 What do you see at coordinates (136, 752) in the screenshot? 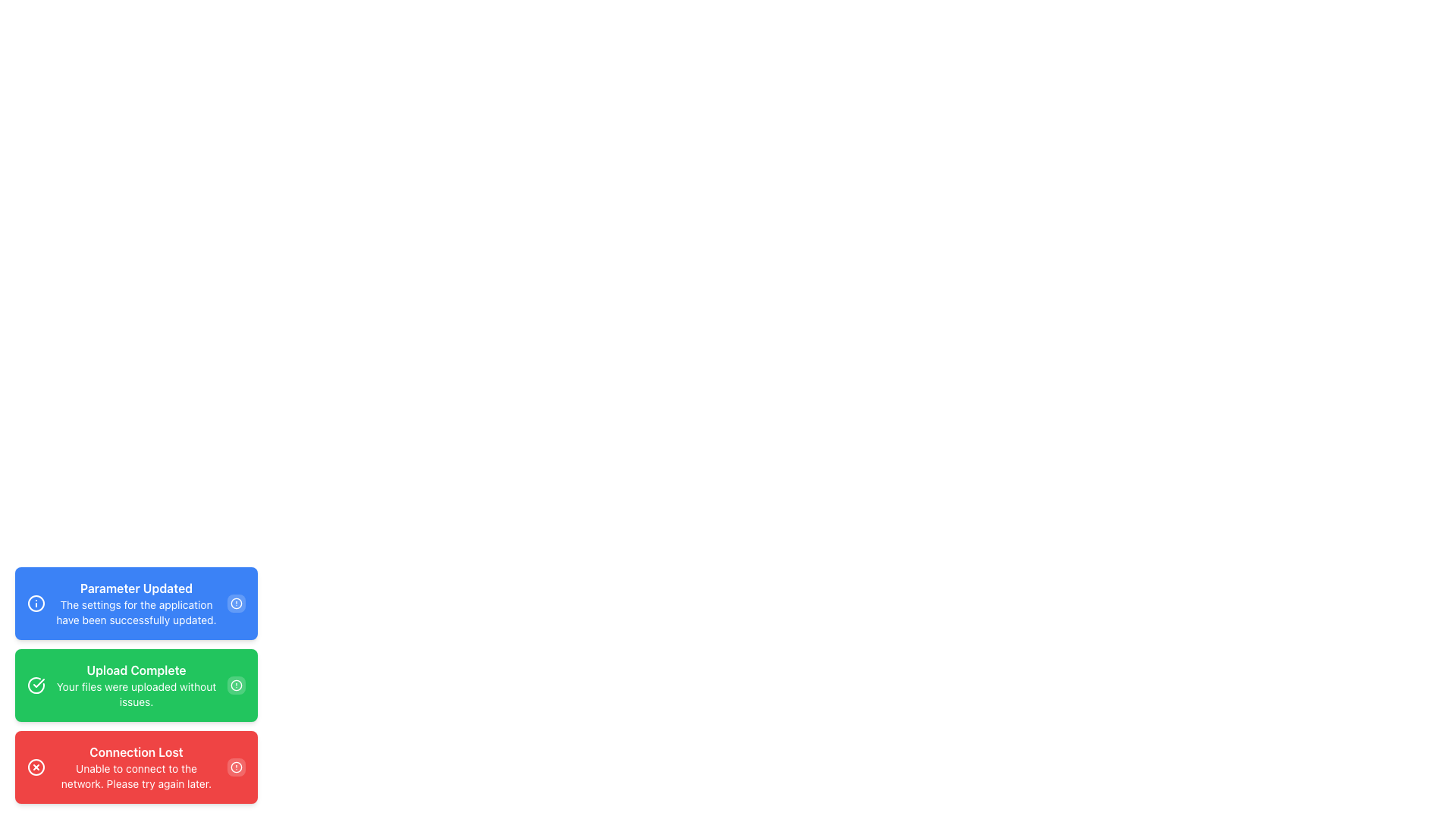
I see `text contained in the Text Label, which serves as a title for the notification about a lost connection, positioned above the subtitle in the third card of a vertical list` at bounding box center [136, 752].